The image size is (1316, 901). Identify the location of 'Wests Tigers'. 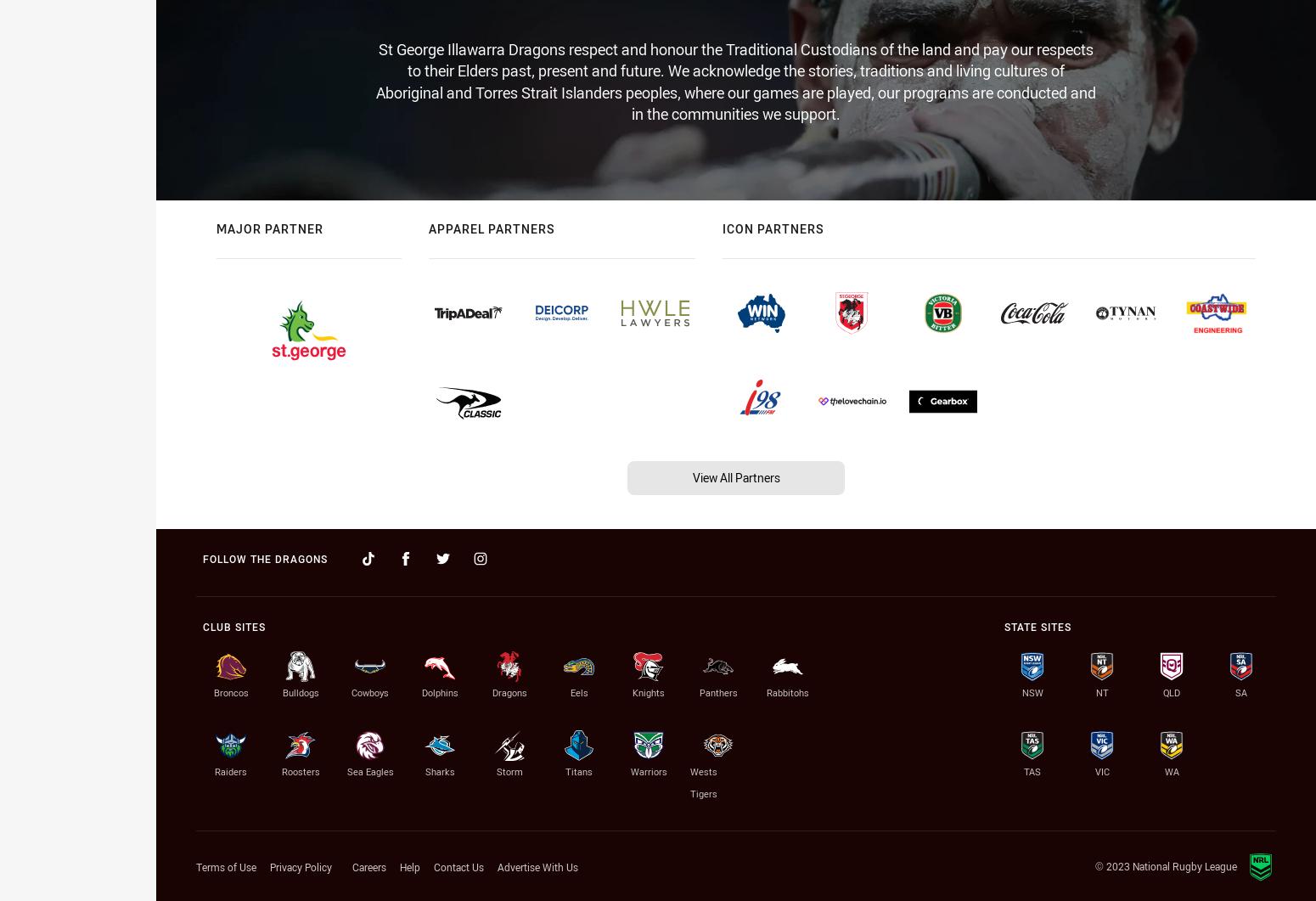
(702, 780).